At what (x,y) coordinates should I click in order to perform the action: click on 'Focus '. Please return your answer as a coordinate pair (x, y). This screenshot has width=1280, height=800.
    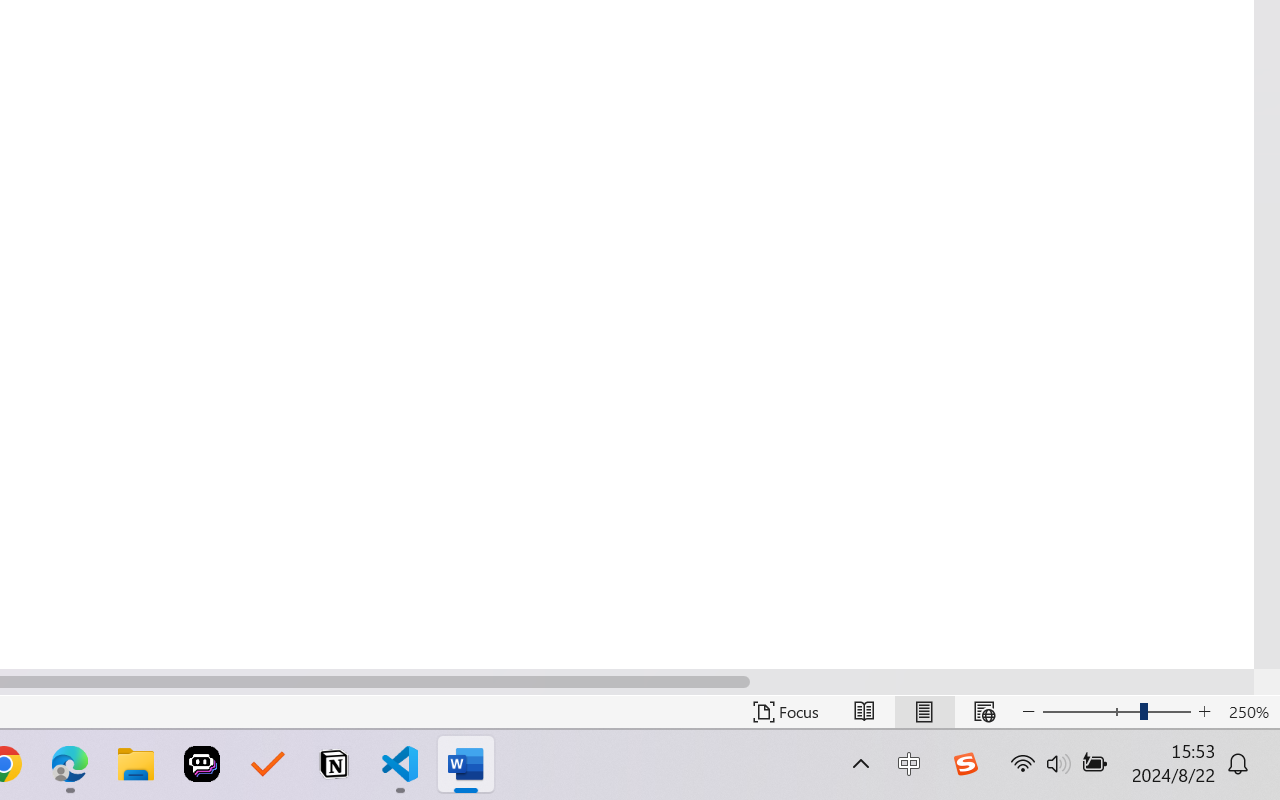
    Looking at the image, I should click on (785, 711).